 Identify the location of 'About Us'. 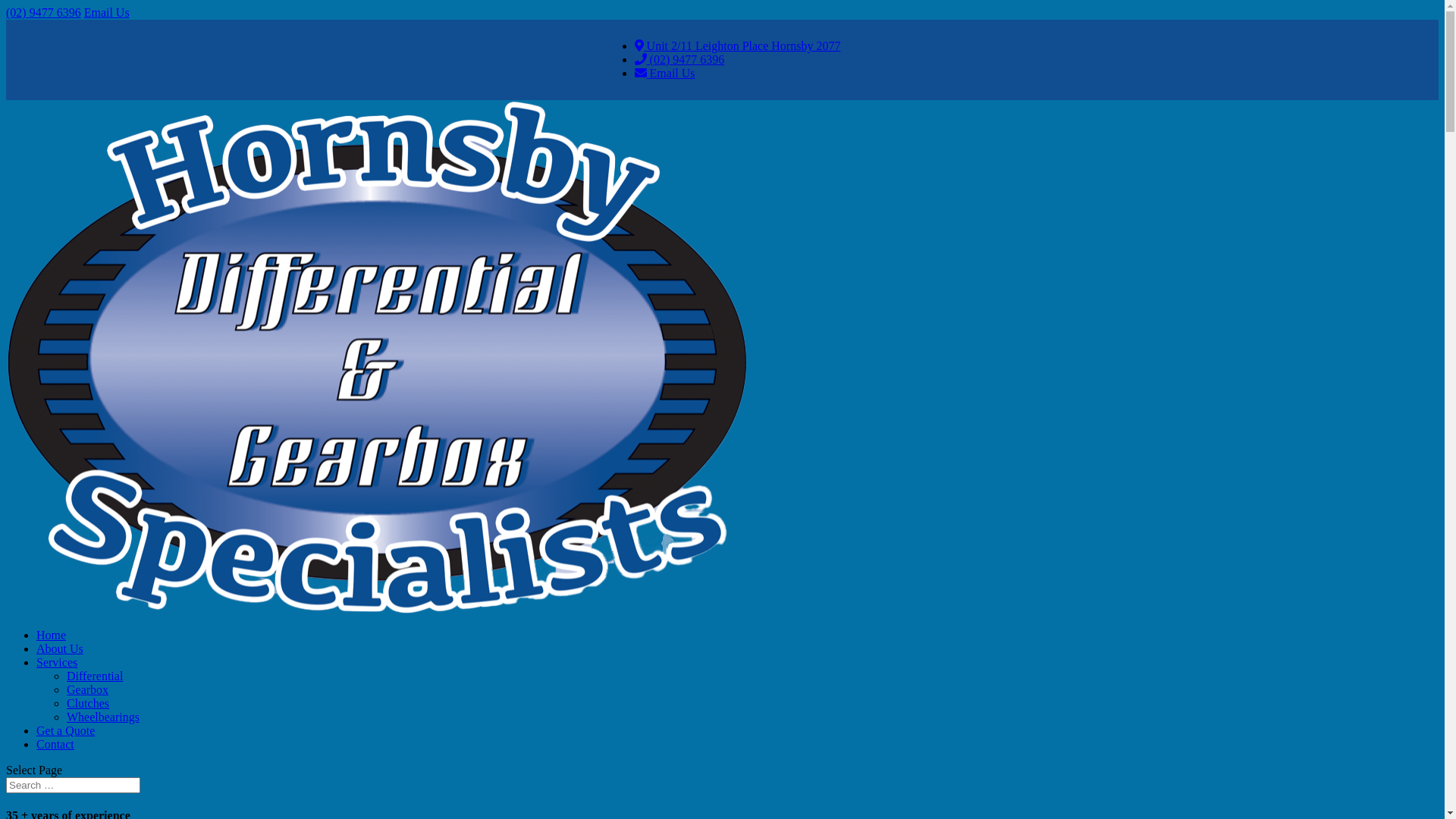
(59, 648).